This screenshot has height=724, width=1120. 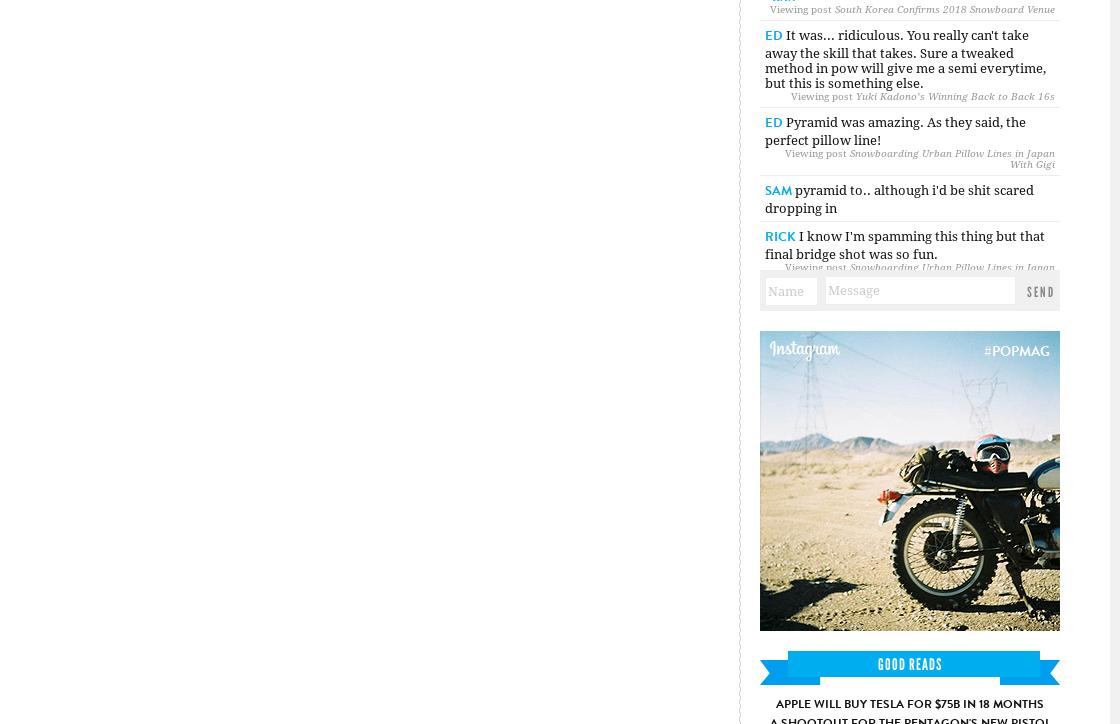 What do you see at coordinates (899, 199) in the screenshot?
I see `'pyramid to.. although i'd be shit scared dropping in'` at bounding box center [899, 199].